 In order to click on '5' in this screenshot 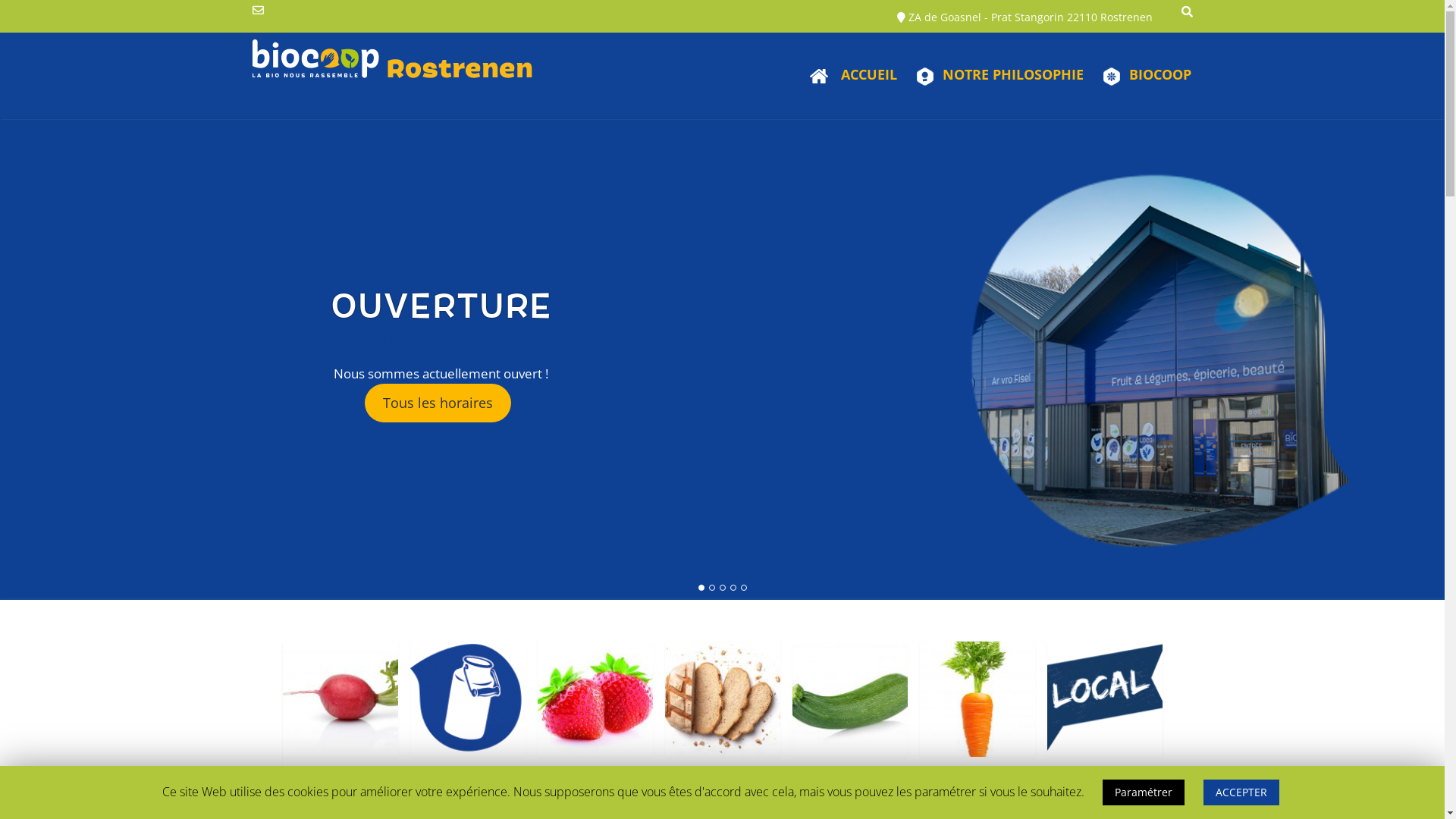, I will do `click(743, 585)`.